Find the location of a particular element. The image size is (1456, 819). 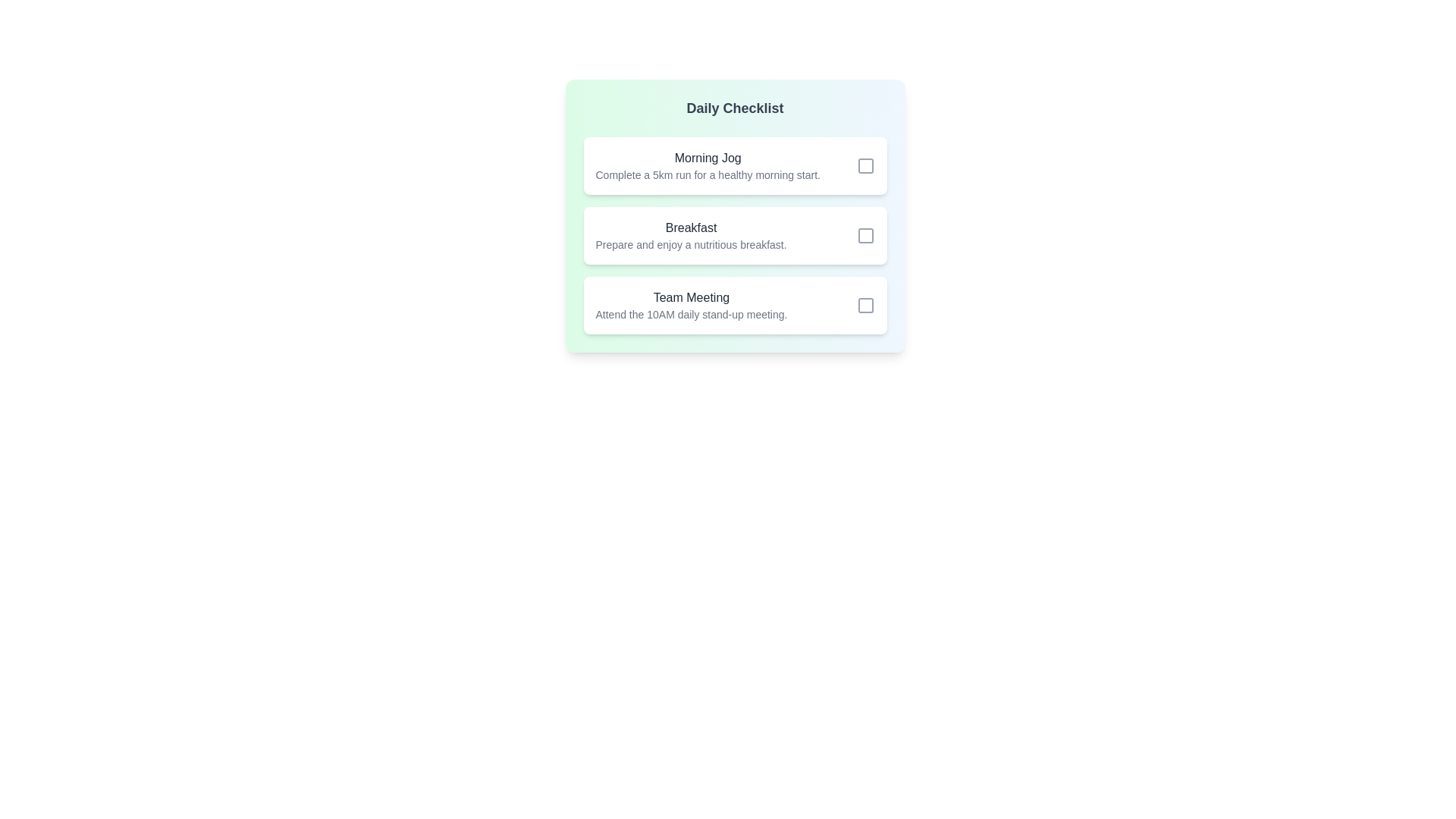

the task titled Team Meeting to view its description is located at coordinates (691, 298).